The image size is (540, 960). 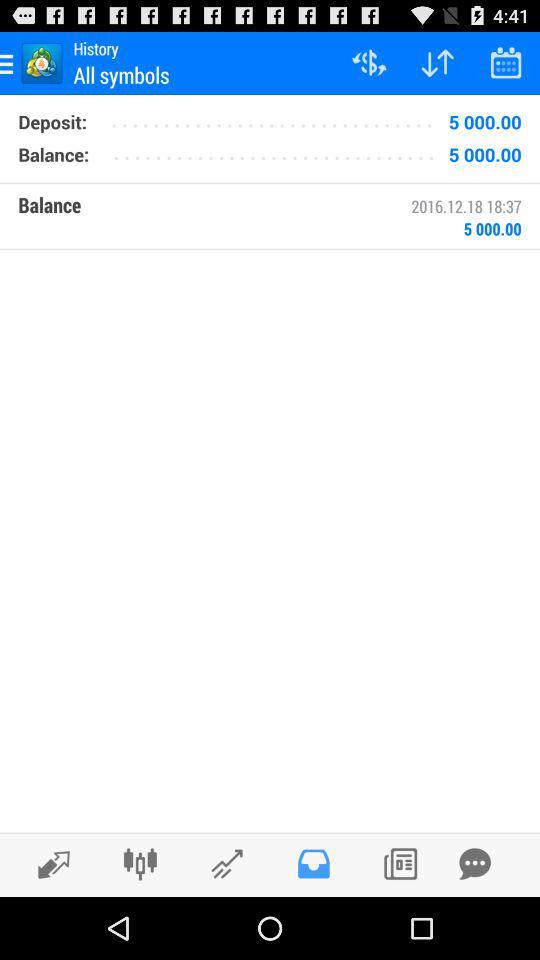 I want to click on inbox, so click(x=313, y=863).